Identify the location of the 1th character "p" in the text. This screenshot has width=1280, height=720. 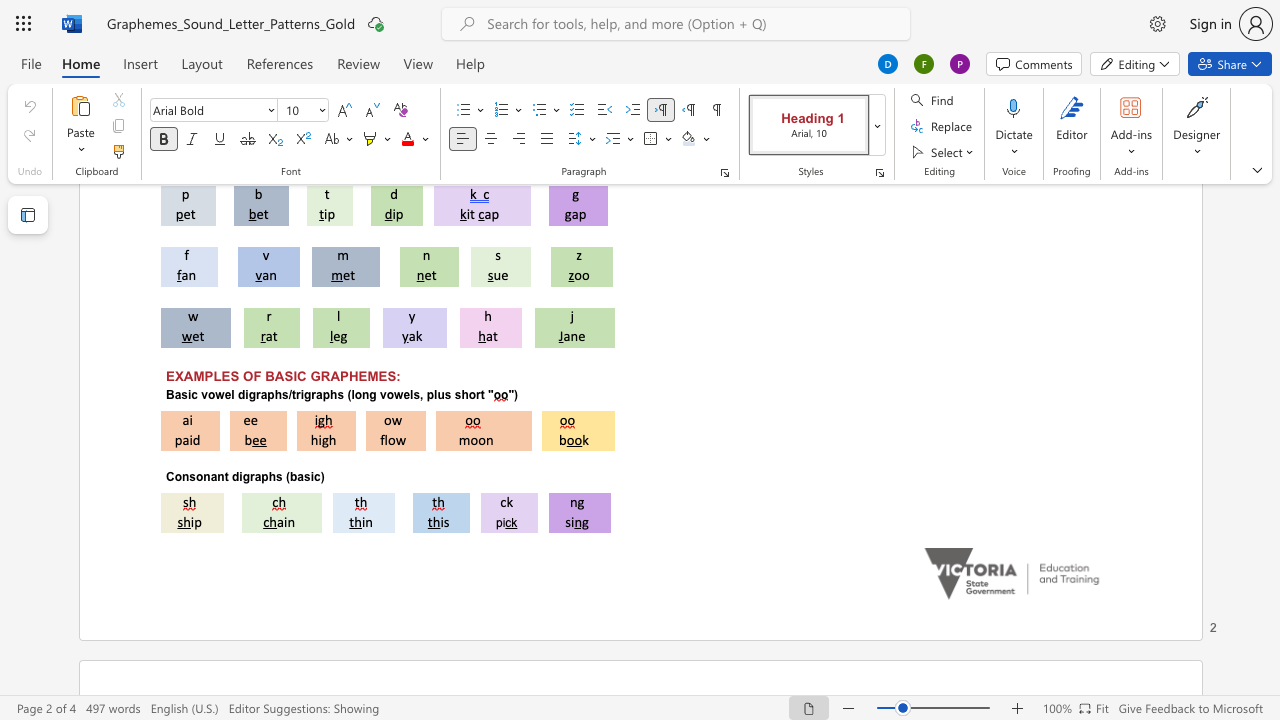
(263, 477).